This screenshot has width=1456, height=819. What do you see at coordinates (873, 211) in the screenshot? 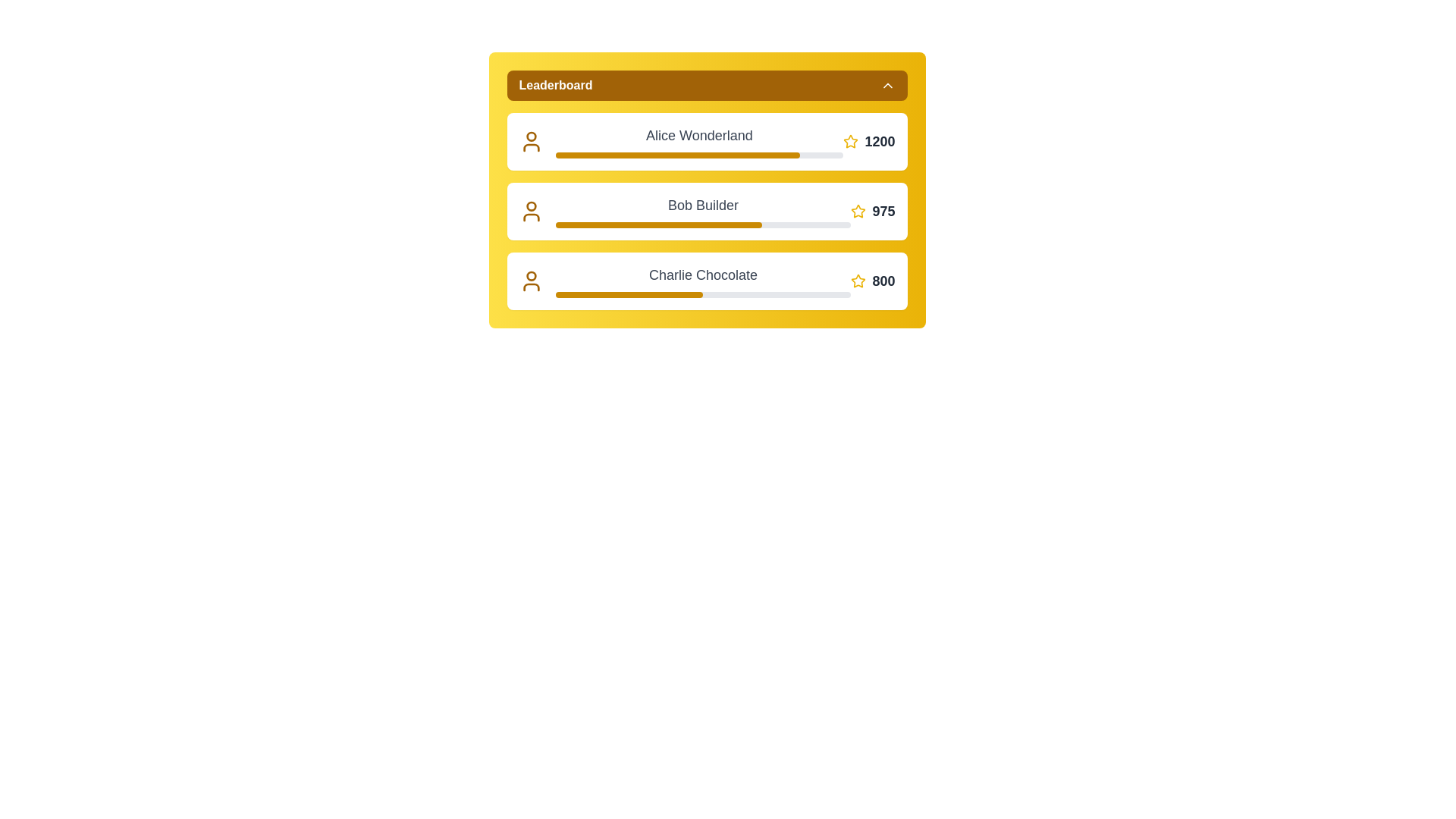
I see `text displayed in the score or rating element associated with 'Bob Builder,' located in the top-right section of his leaderboard entry` at bounding box center [873, 211].